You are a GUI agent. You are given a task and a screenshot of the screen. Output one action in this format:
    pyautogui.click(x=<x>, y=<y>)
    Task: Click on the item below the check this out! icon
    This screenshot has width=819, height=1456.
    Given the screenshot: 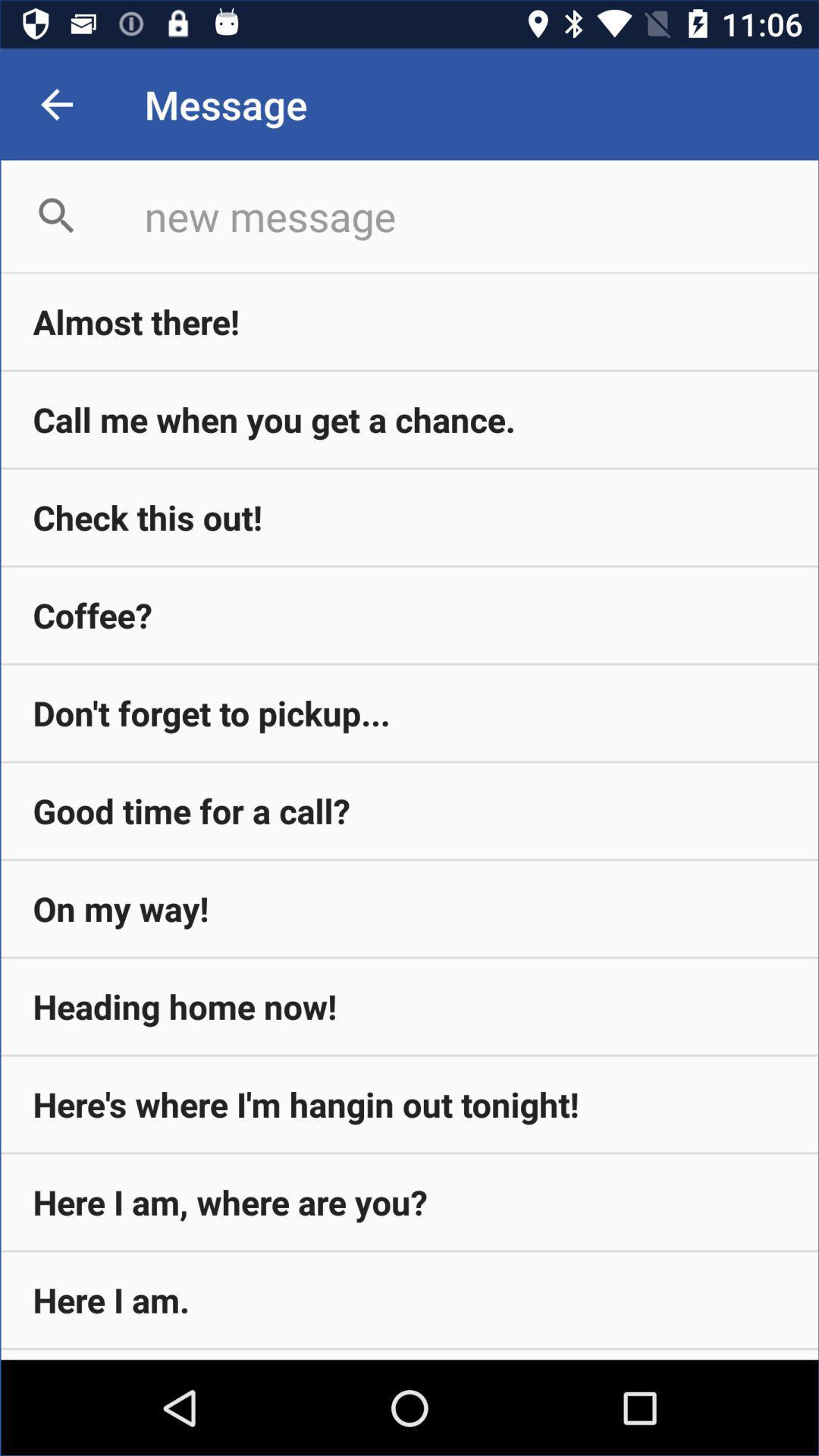 What is the action you would take?
    pyautogui.click(x=409, y=615)
    